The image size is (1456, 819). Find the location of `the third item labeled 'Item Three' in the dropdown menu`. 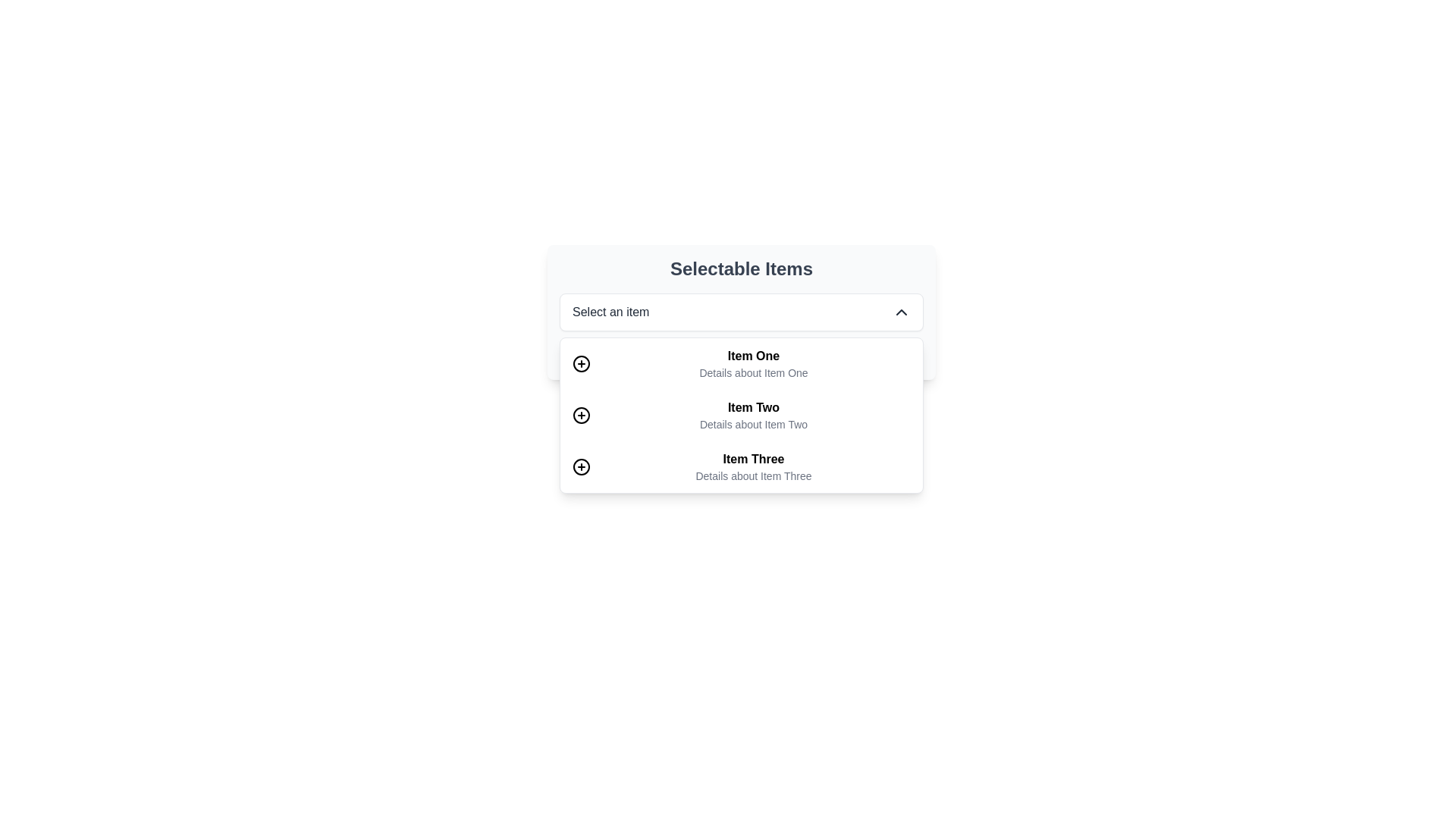

the third item labeled 'Item Three' in the dropdown menu is located at coordinates (742, 466).